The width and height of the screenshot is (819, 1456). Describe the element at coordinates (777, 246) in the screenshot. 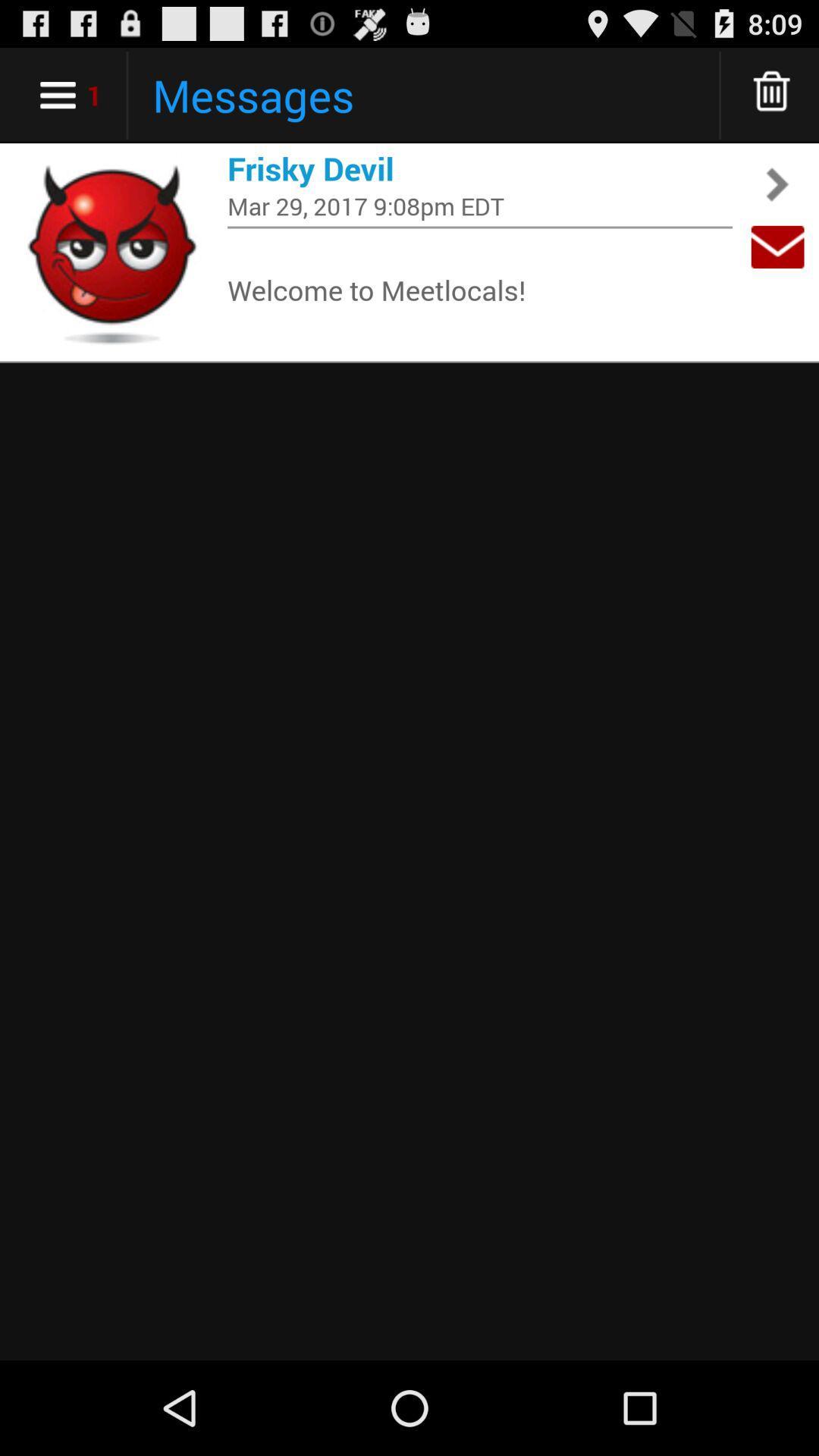

I see `item to the right of mar 29 2017 app` at that location.